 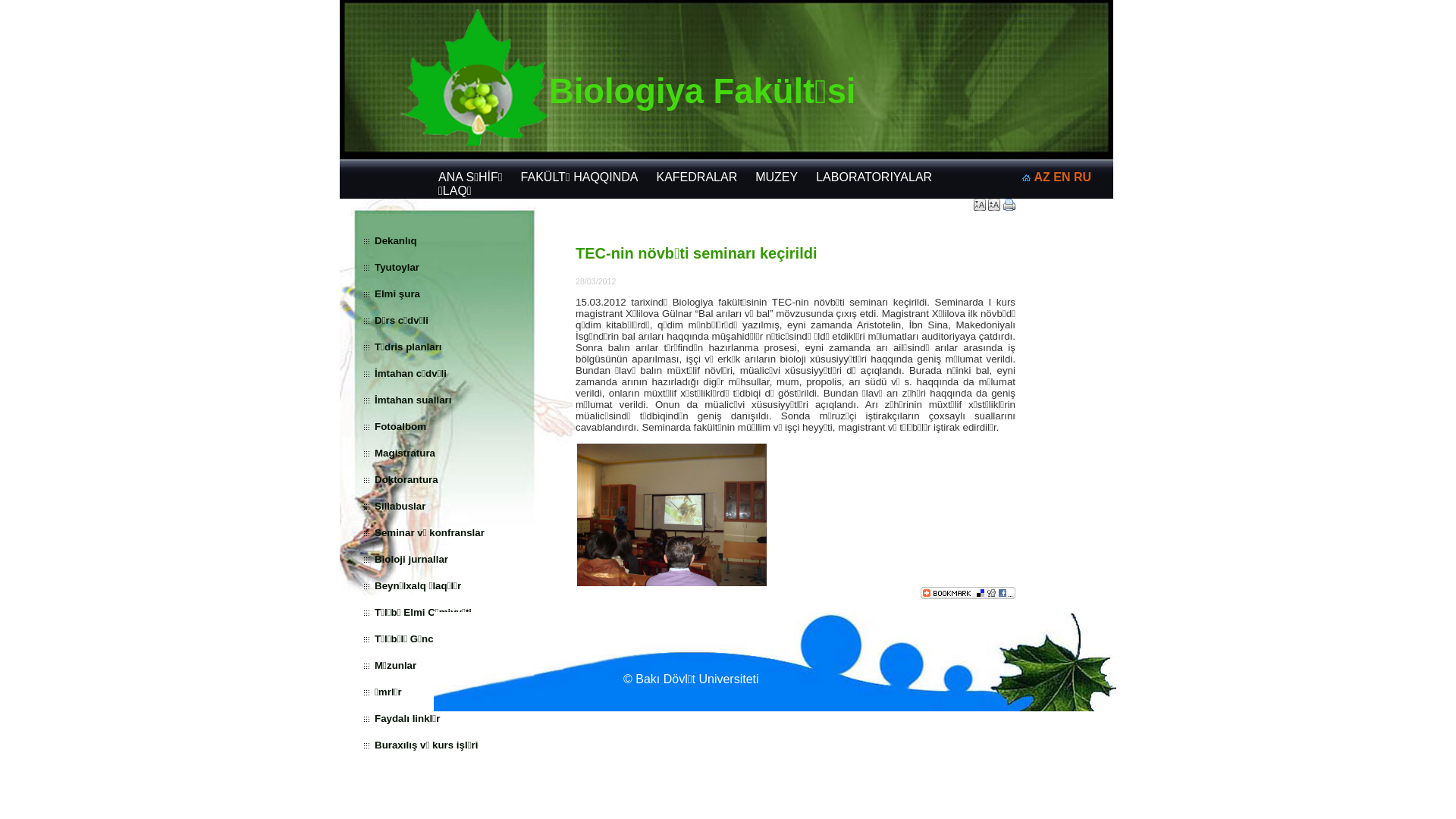 I want to click on 'Magistratura', so click(x=404, y=452).